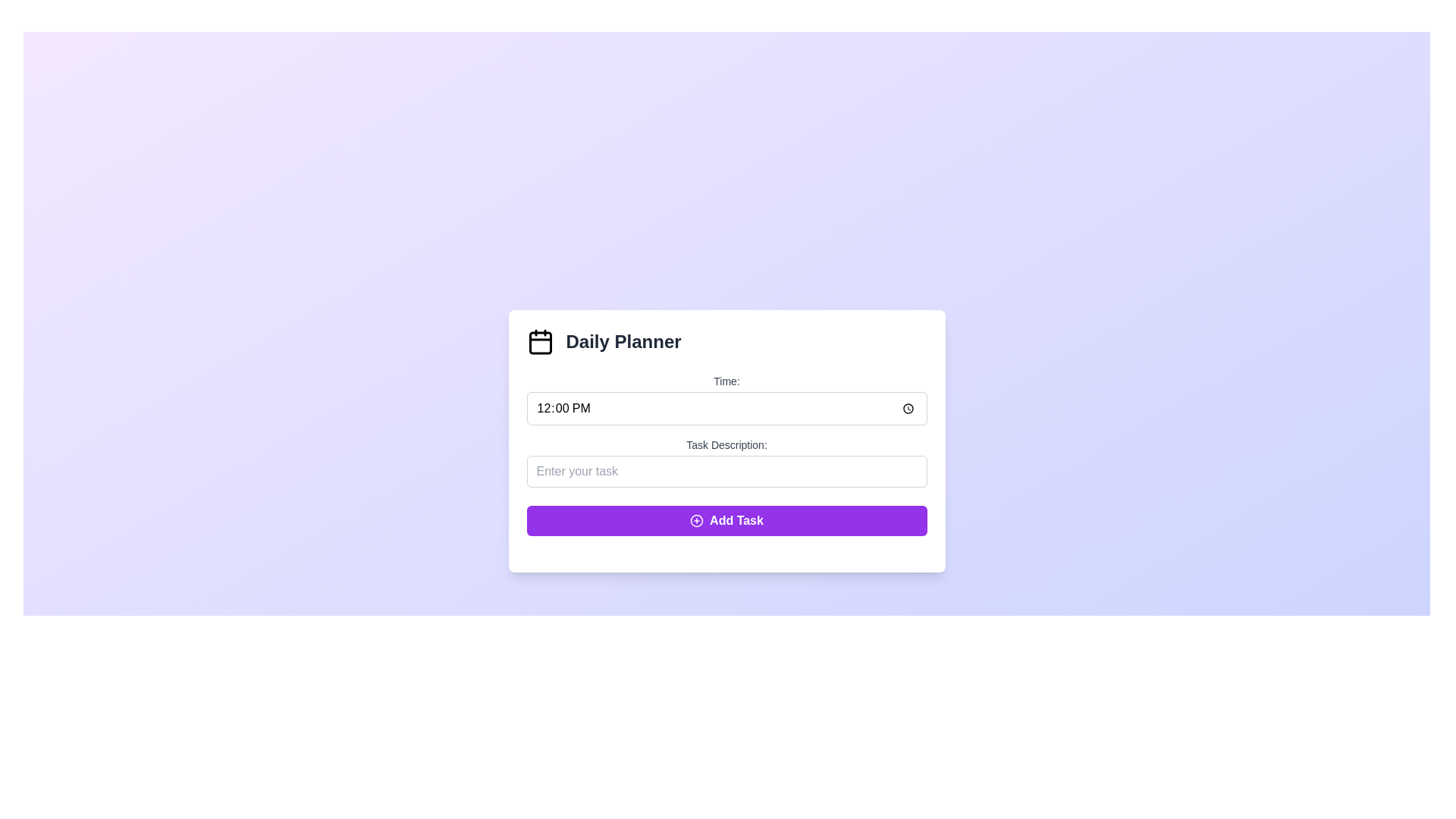 This screenshot has height=819, width=1456. Describe the element at coordinates (696, 519) in the screenshot. I see `the 'Add Task' button, which is represented by an SVG Circle at the bottom-center of the interface` at that location.